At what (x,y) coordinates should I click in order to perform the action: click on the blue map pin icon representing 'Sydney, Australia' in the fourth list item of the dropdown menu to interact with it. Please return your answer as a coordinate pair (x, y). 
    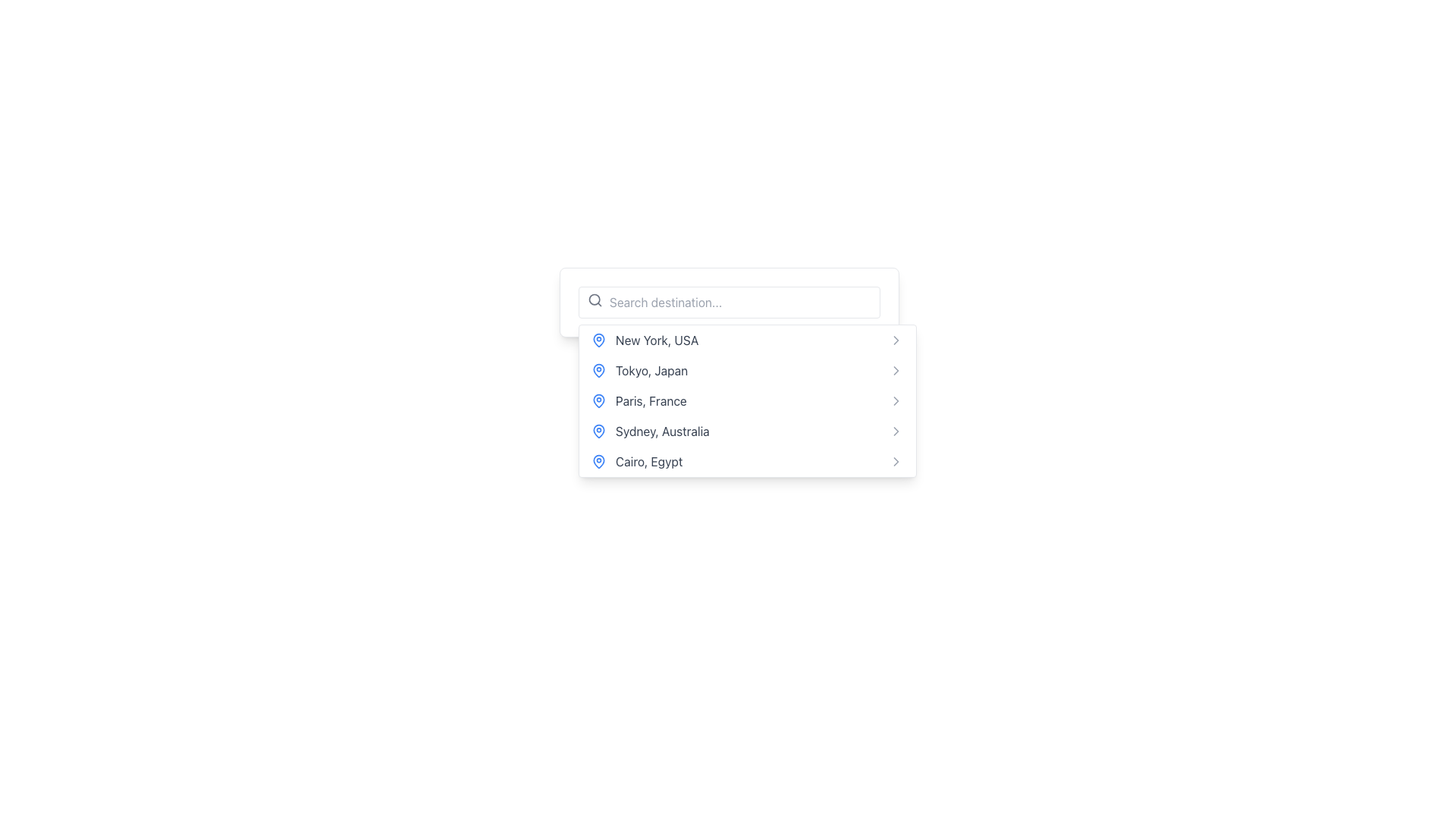
    Looking at the image, I should click on (598, 430).